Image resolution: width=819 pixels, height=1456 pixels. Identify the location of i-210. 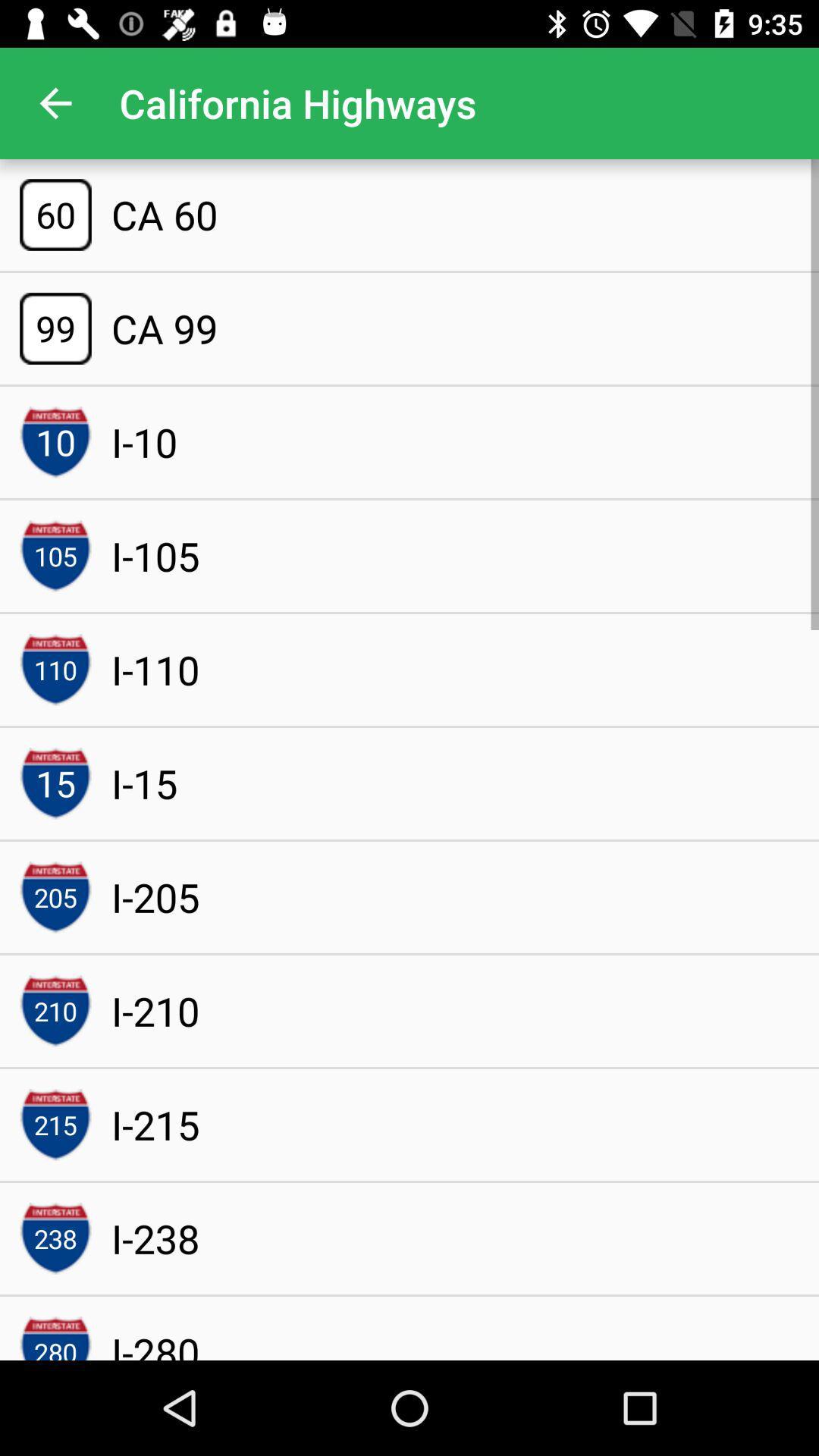
(155, 1011).